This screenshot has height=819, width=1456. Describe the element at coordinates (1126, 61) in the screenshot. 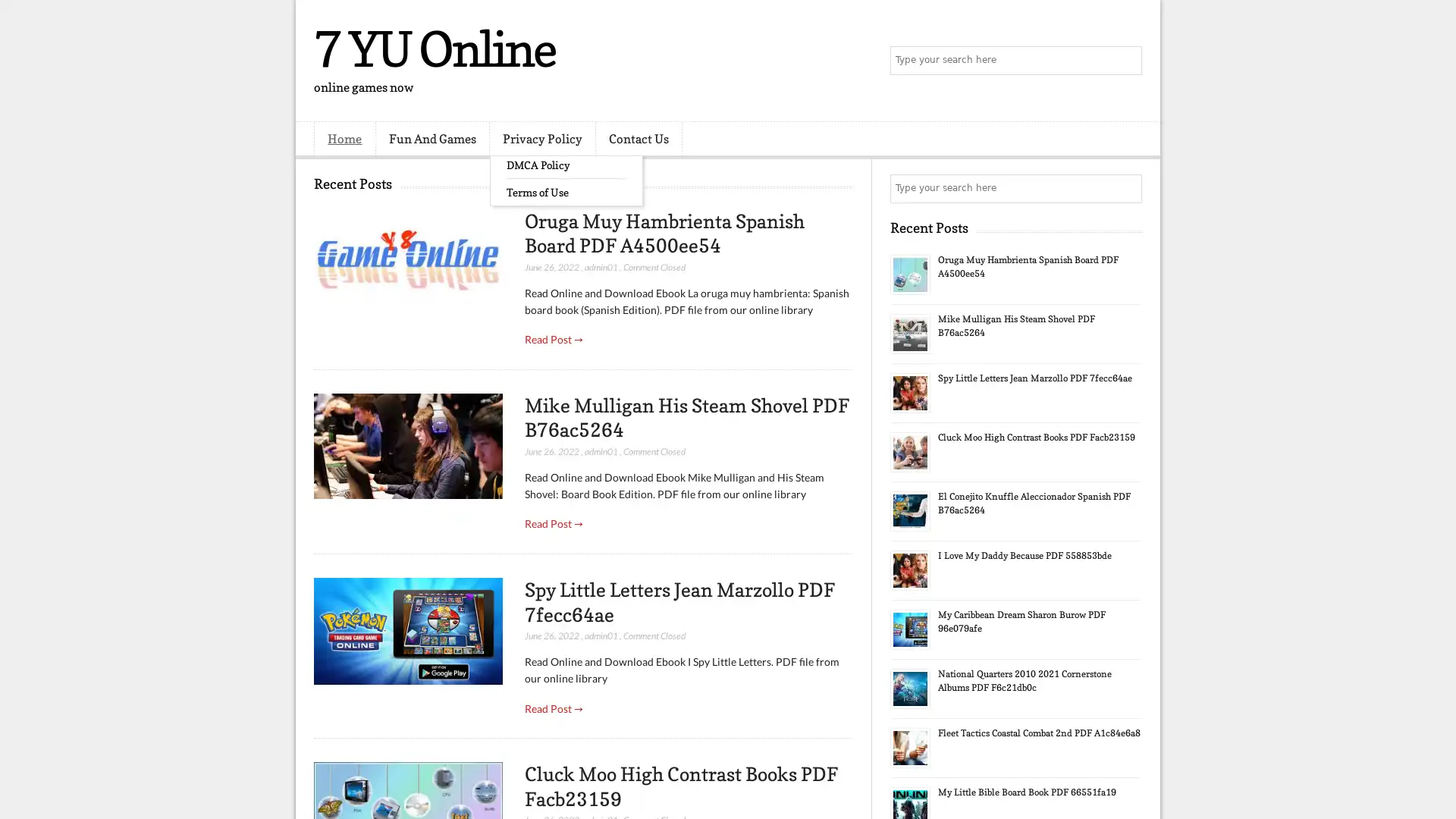

I see `Search` at that location.